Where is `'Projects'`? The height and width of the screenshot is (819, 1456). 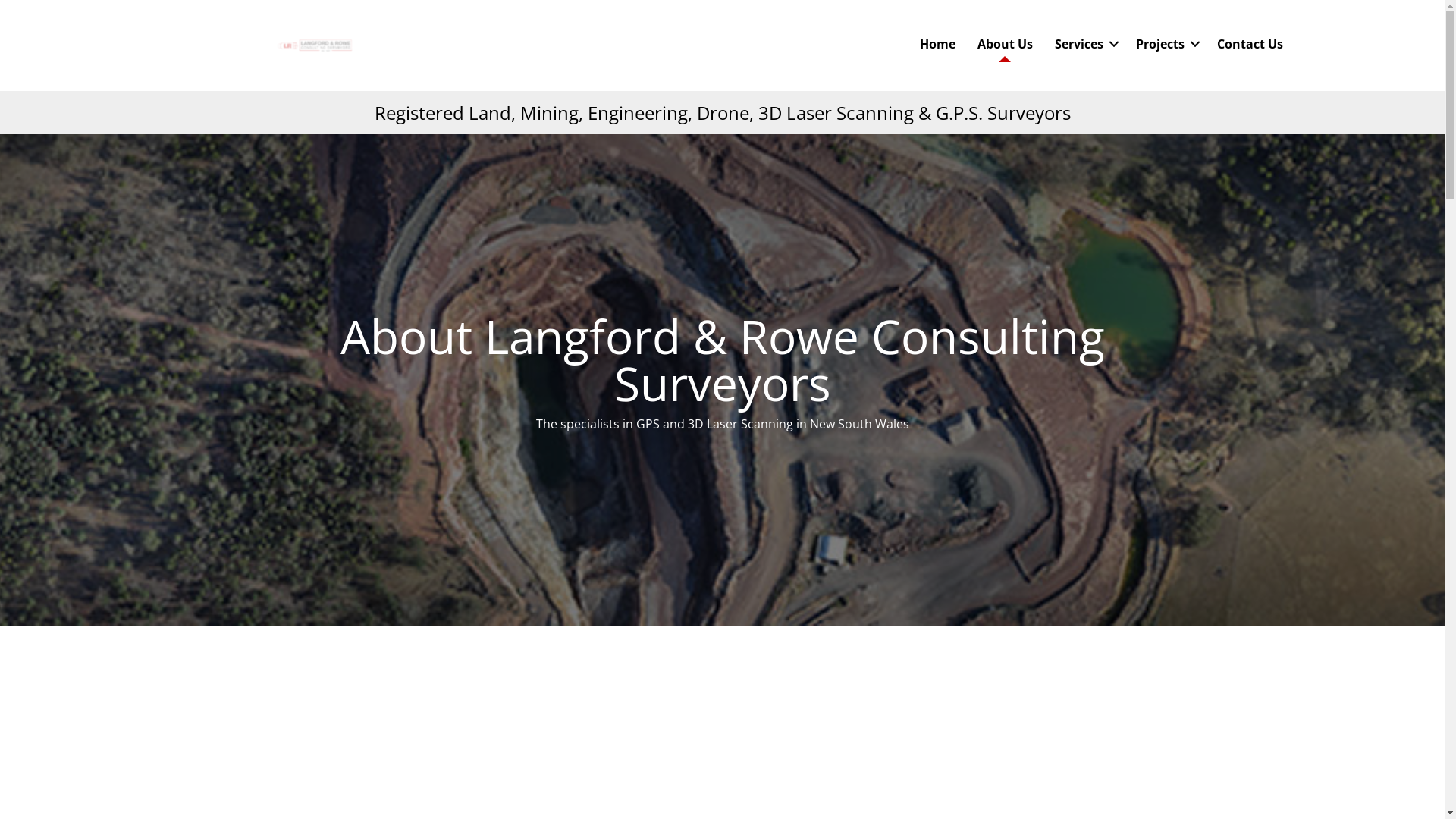
'Projects' is located at coordinates (1164, 42).